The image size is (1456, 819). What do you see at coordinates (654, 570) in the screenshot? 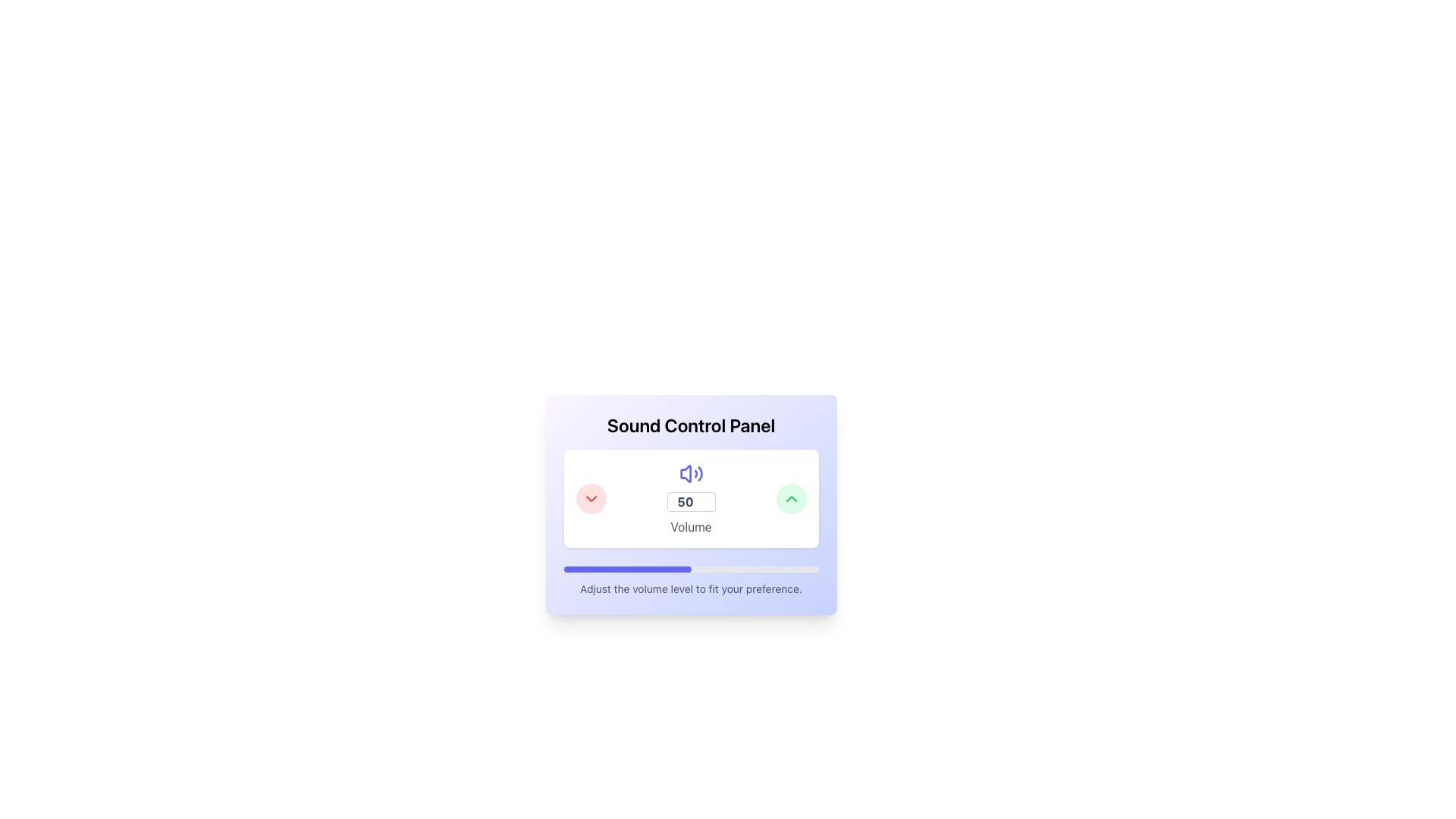
I see `the volume` at bounding box center [654, 570].